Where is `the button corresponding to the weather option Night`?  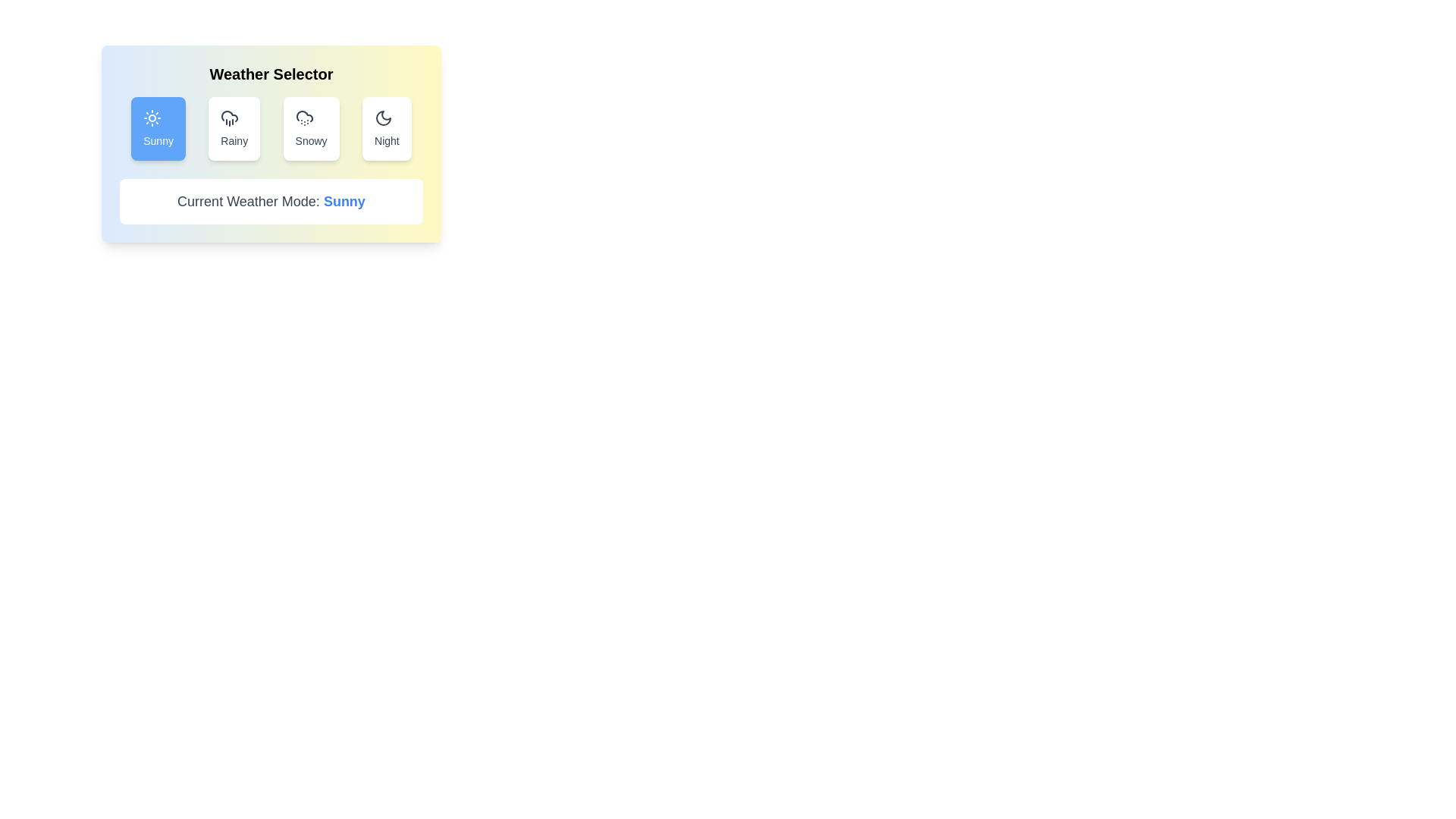
the button corresponding to the weather option Night is located at coordinates (387, 127).